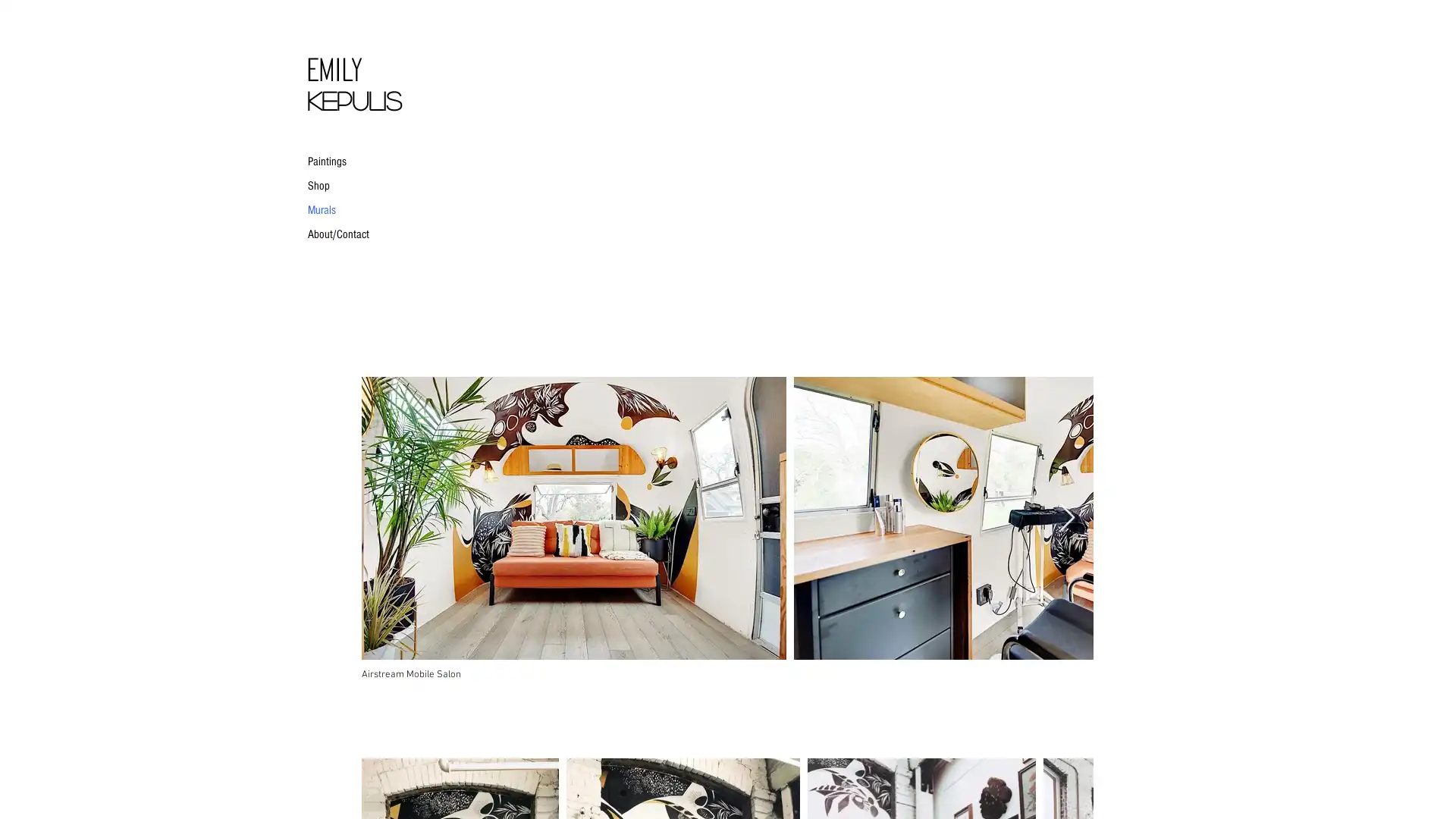 The width and height of the screenshot is (1456, 819). Describe the element at coordinates (573, 516) in the screenshot. I see `IMG_0009.JPG` at that location.